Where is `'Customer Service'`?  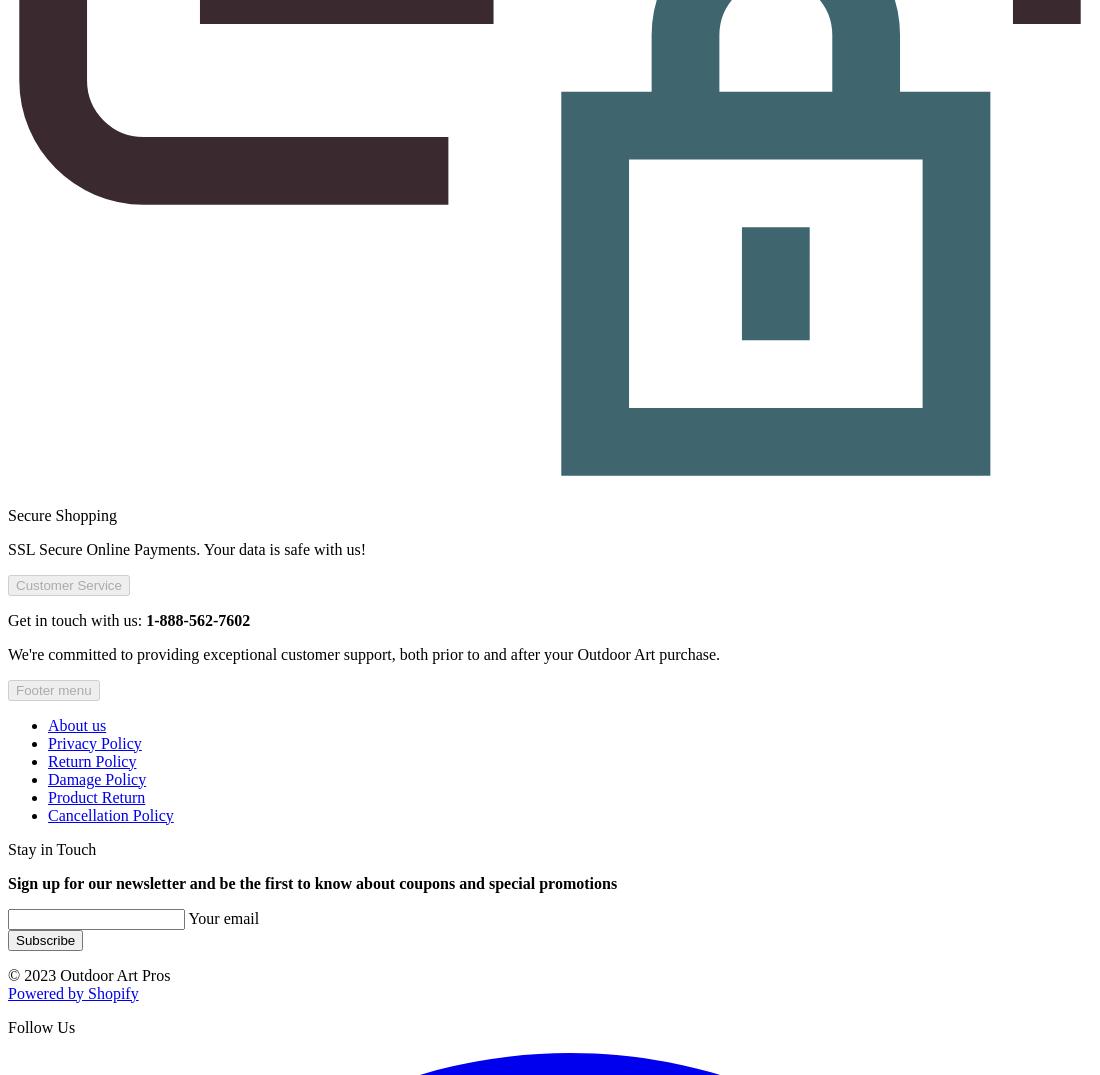 'Customer Service' is located at coordinates (67, 584).